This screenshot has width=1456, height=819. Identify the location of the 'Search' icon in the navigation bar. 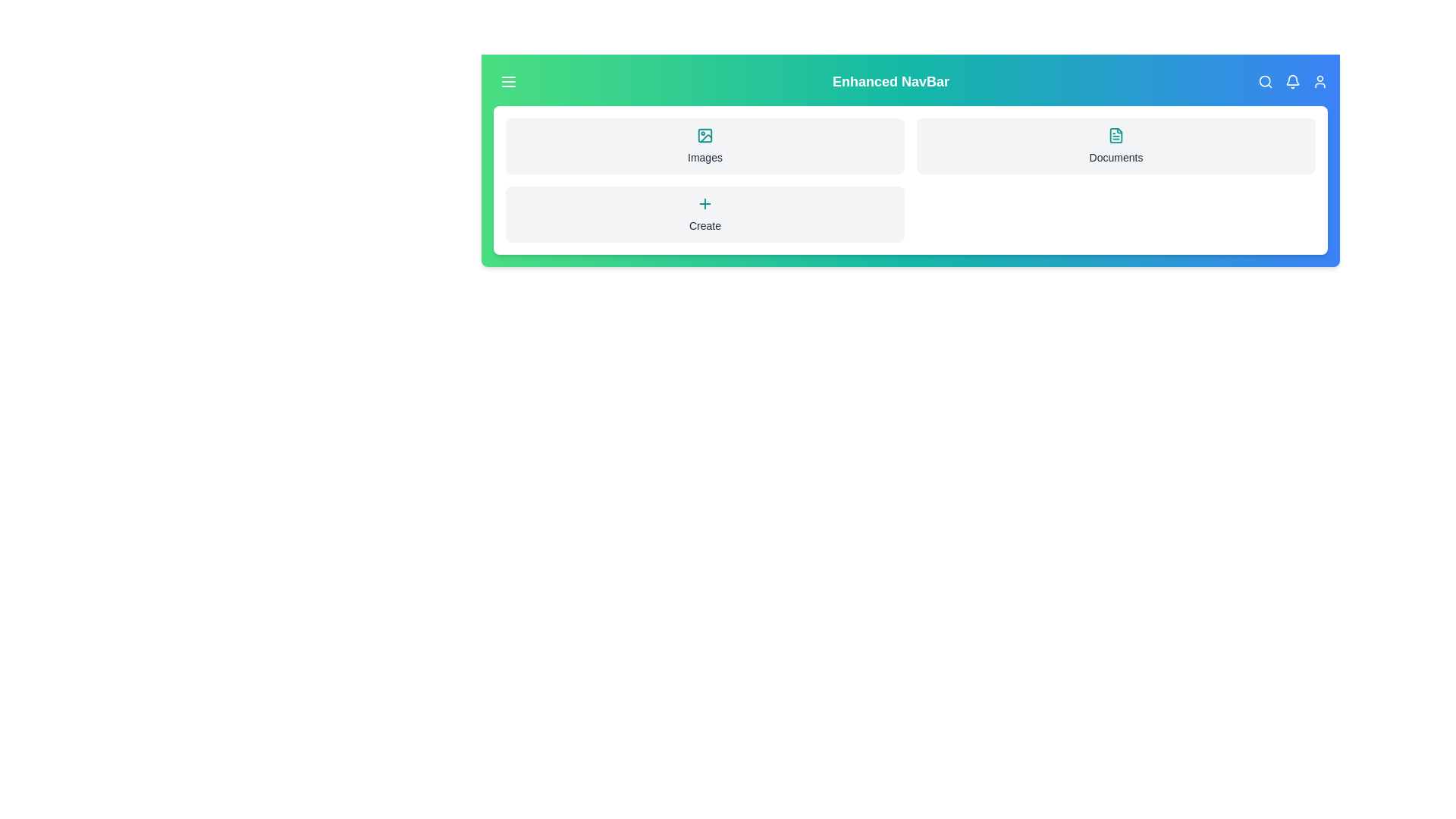
(1266, 82).